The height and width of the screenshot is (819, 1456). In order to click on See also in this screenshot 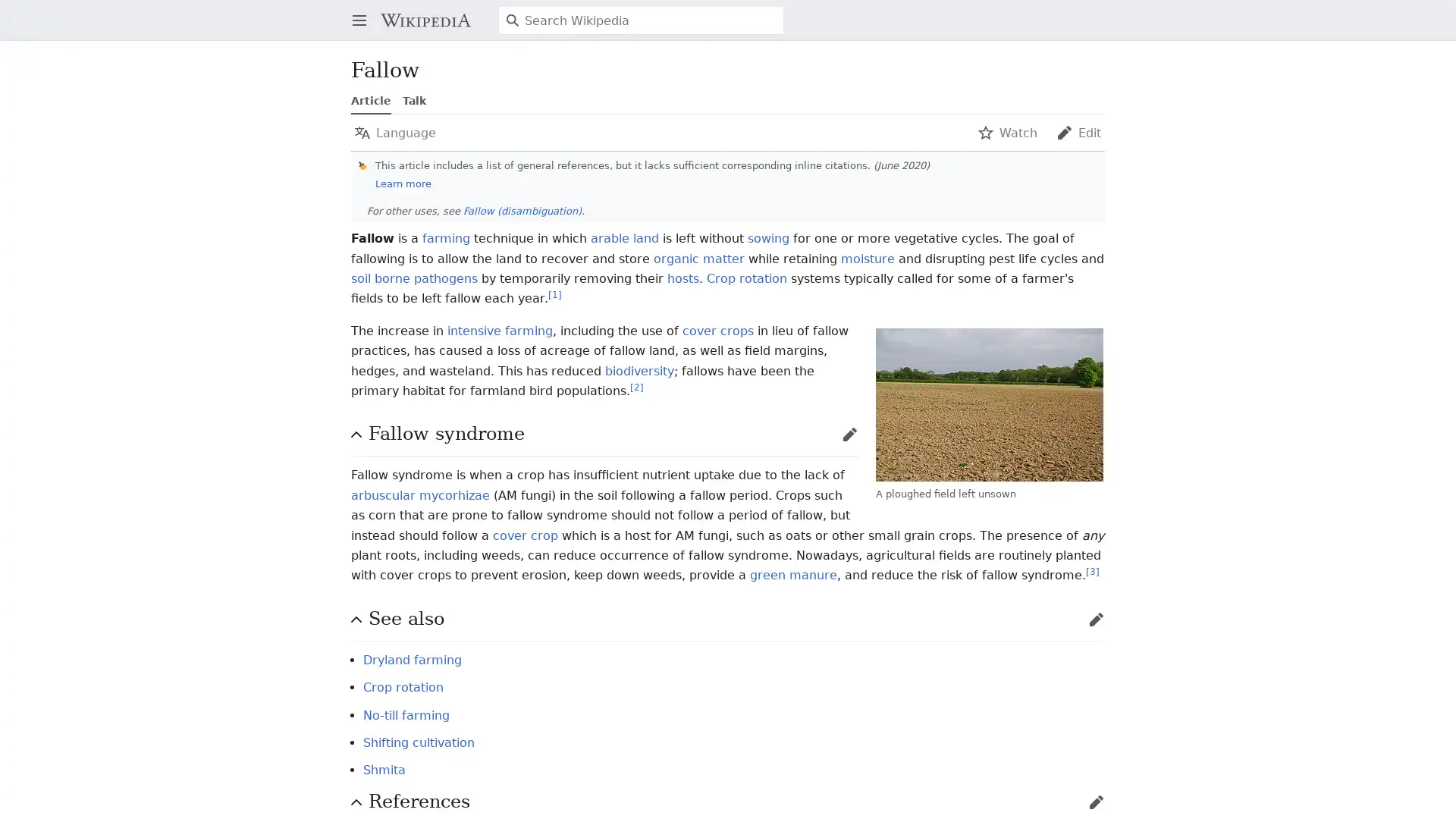, I will do `click(723, 619)`.